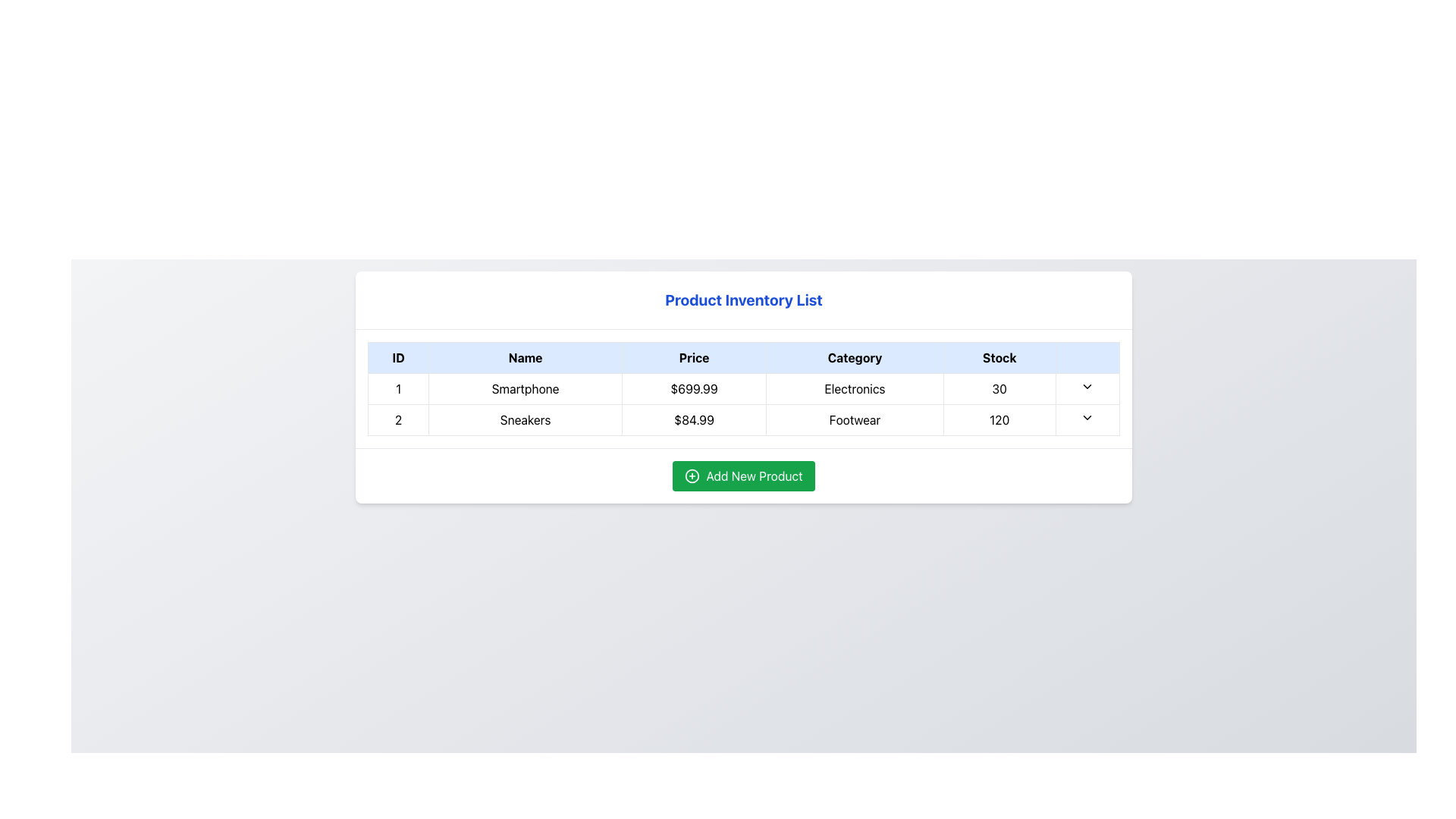 Image resolution: width=1456 pixels, height=819 pixels. Describe the element at coordinates (1087, 420) in the screenshot. I see `the dropdown menu activator button located in the last column of the second row under the 'Product Inventory List' for the 'Sneakers' entry` at that location.